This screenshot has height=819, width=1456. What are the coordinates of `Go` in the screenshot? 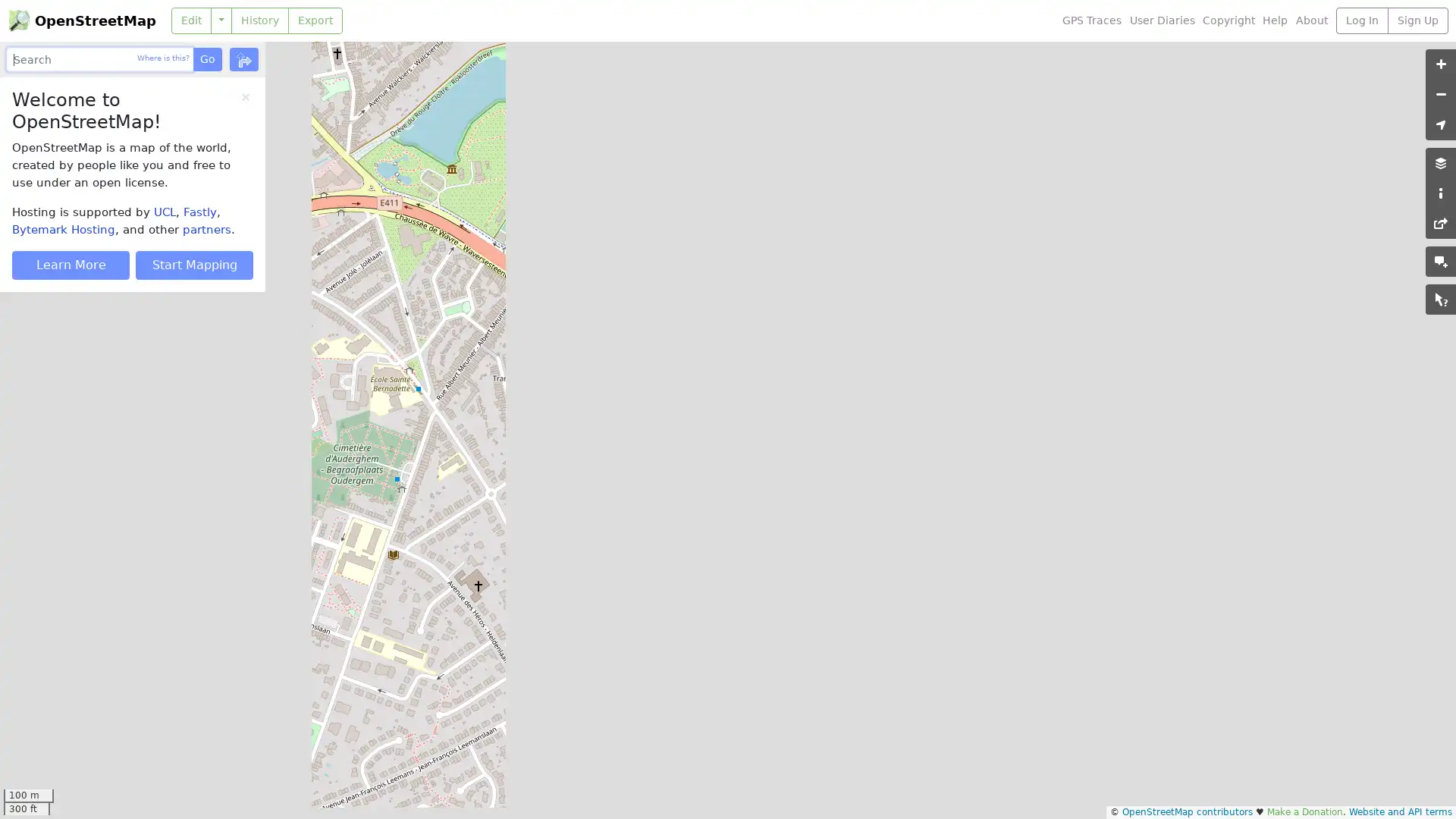 It's located at (206, 58).